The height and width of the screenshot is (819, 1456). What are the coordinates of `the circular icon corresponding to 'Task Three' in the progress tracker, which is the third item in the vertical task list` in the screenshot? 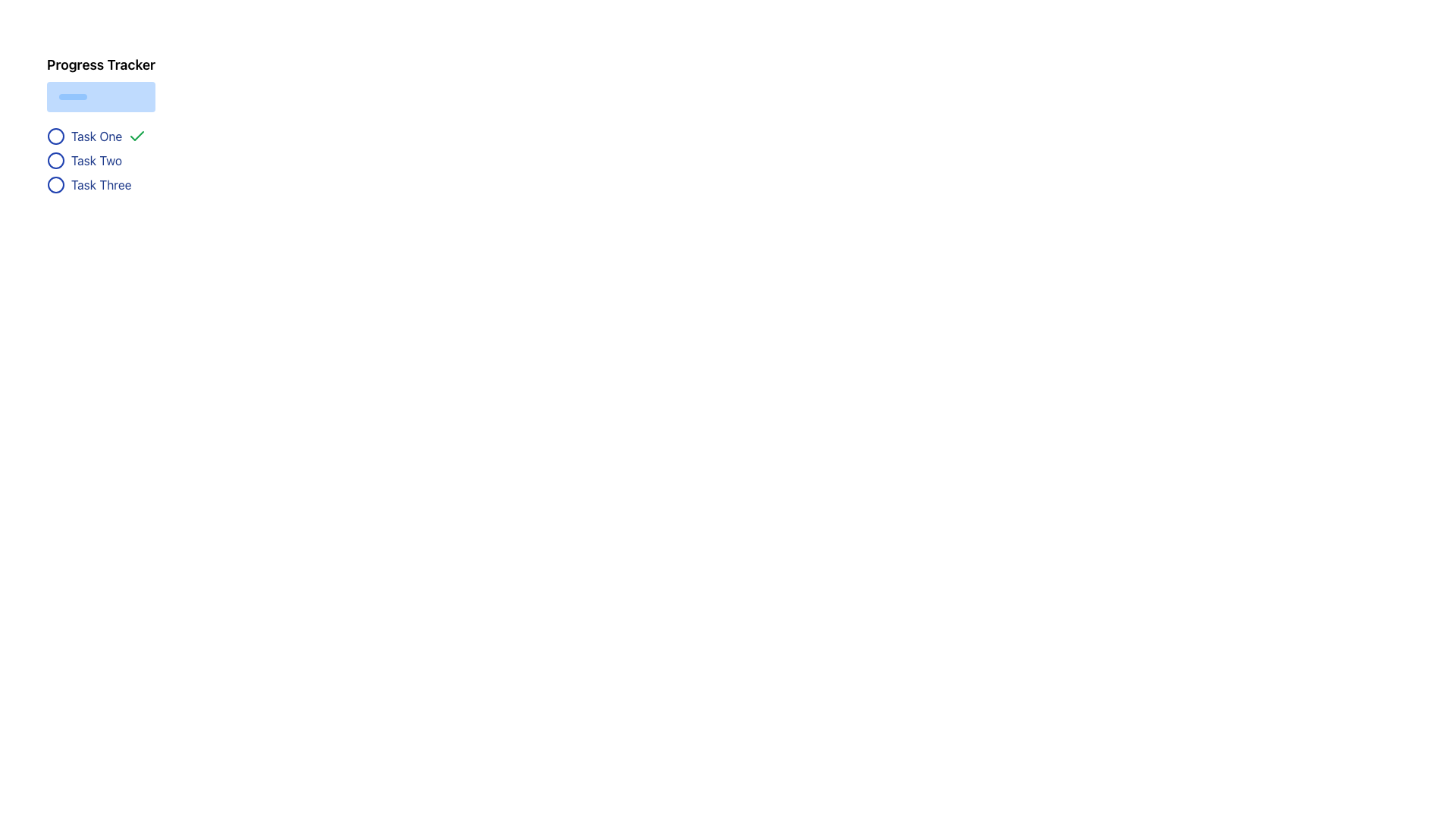 It's located at (55, 184).